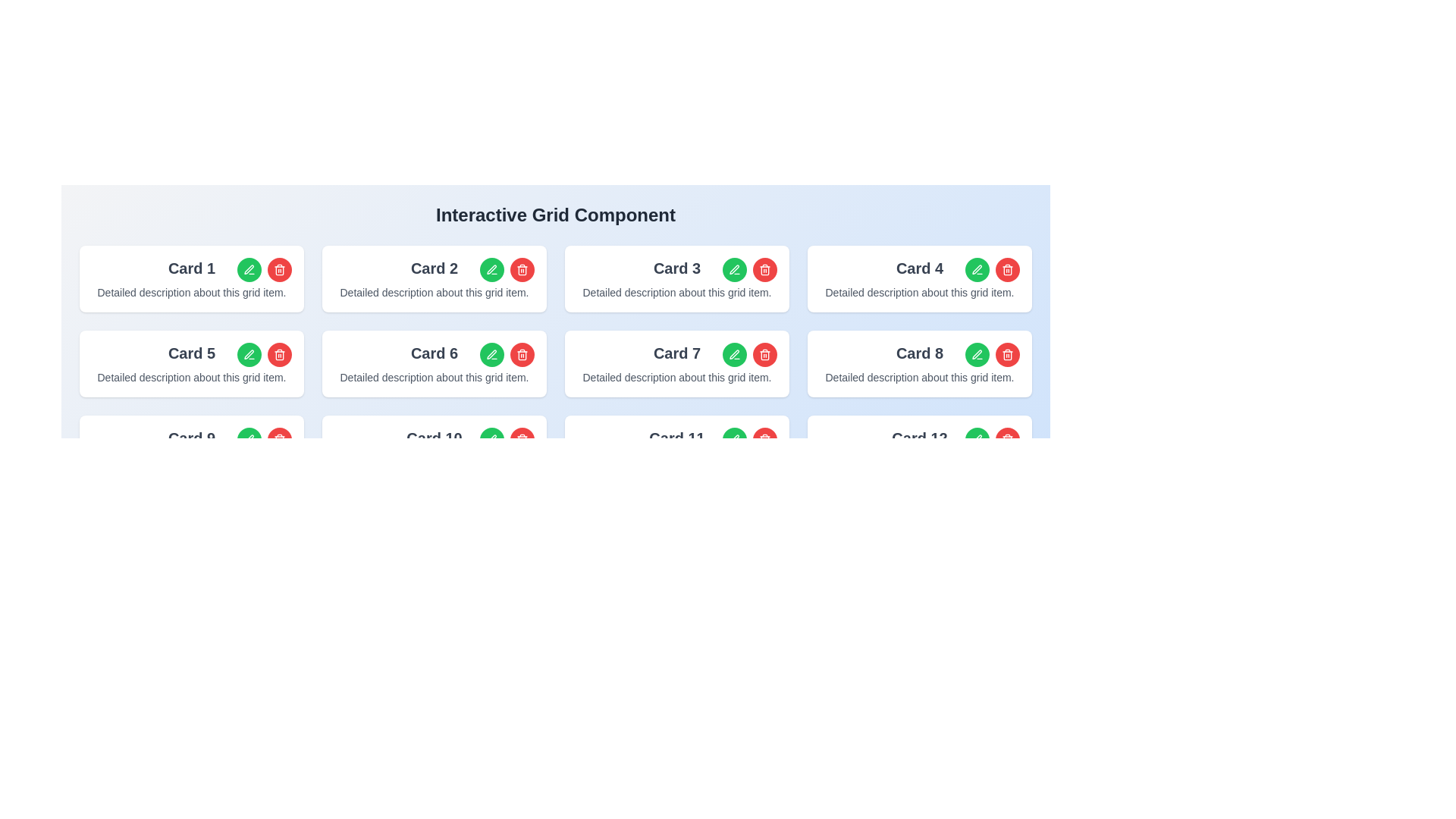 This screenshot has height=819, width=1456. What do you see at coordinates (433, 292) in the screenshot?
I see `the static text component located below the main title of 'Card 2' in the grid layout, which provides contextual information about the card item` at bounding box center [433, 292].